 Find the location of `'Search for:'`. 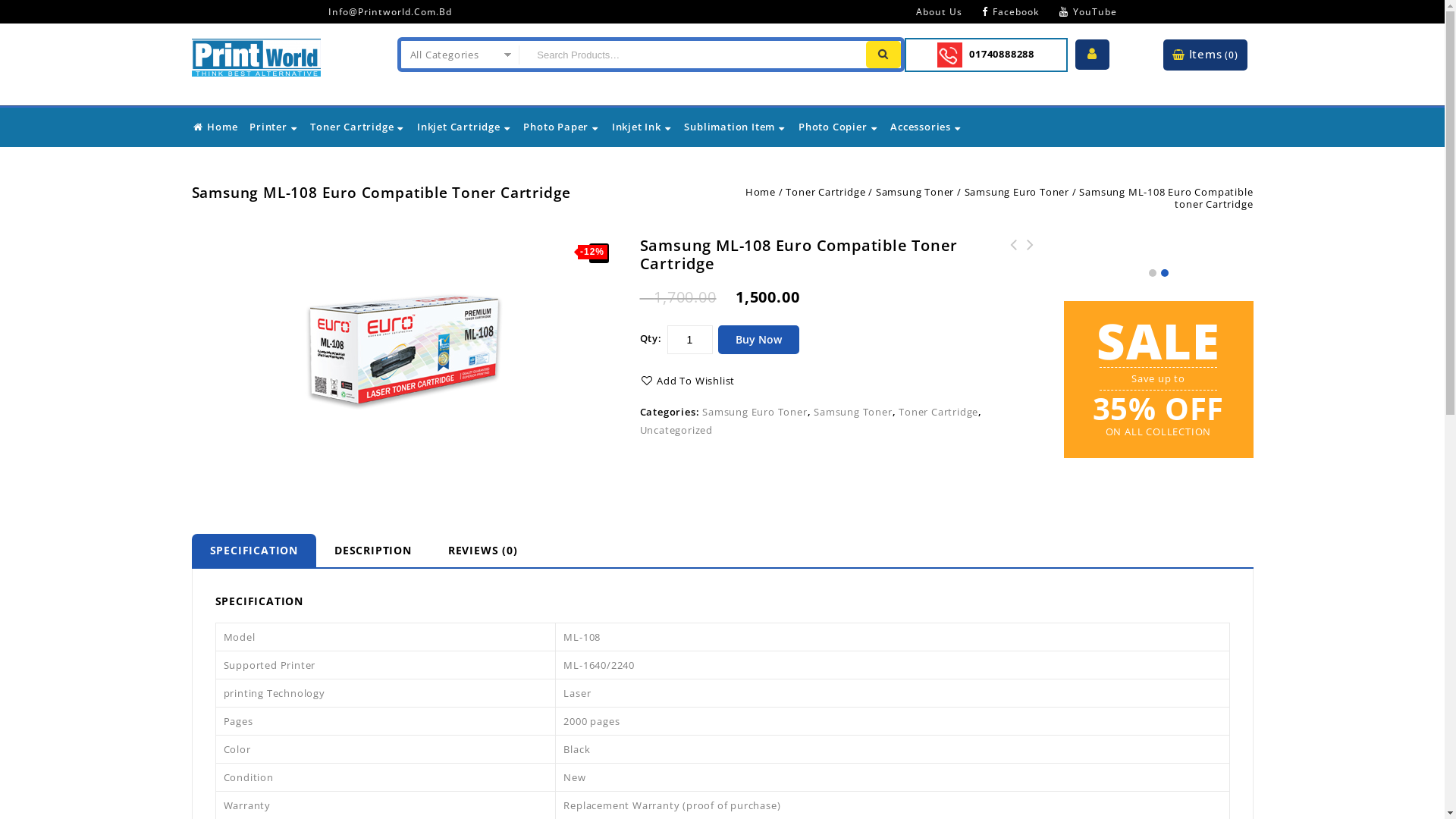

'Search for:' is located at coordinates (689, 54).